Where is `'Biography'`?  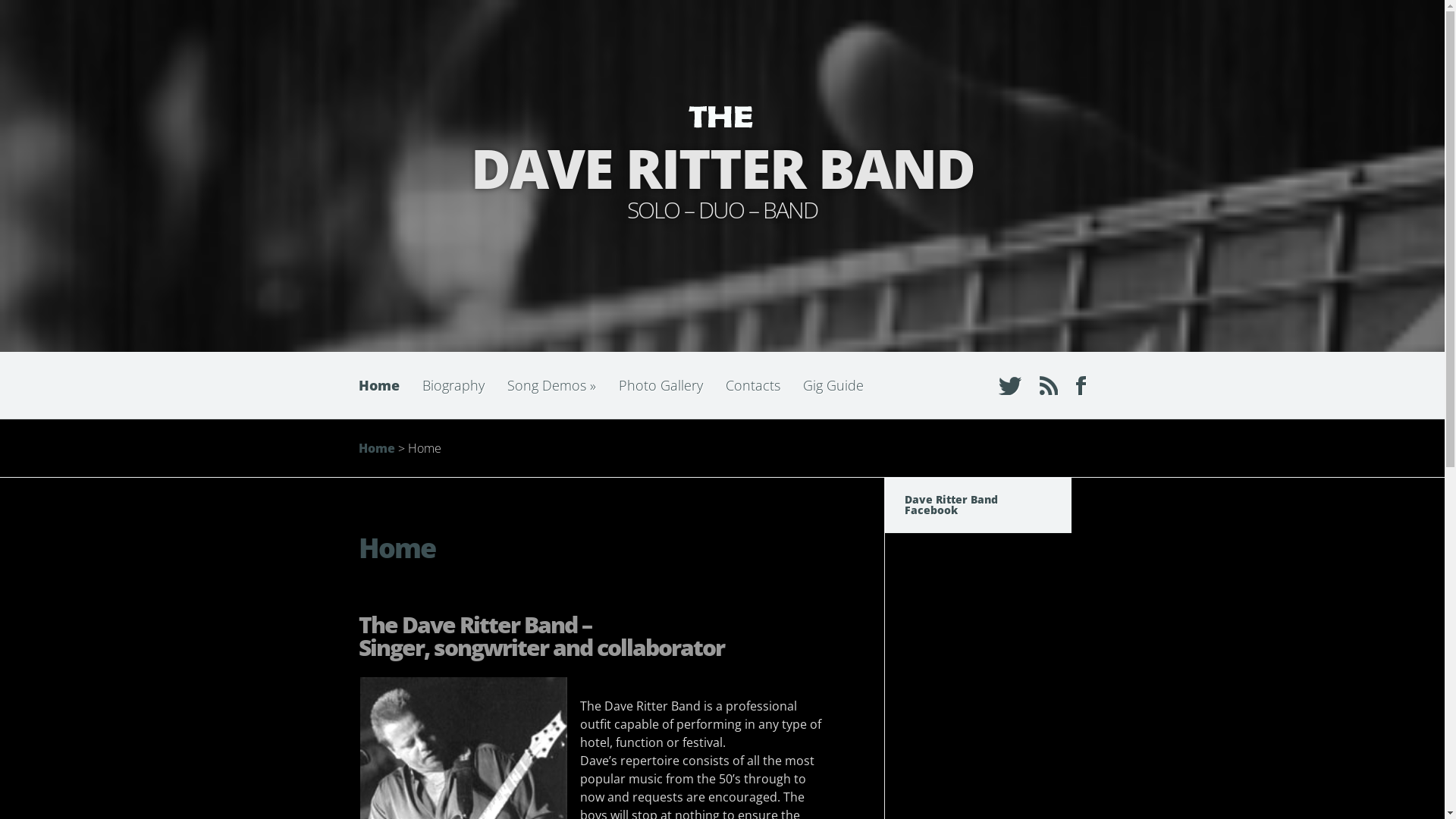 'Biography' is located at coordinates (453, 384).